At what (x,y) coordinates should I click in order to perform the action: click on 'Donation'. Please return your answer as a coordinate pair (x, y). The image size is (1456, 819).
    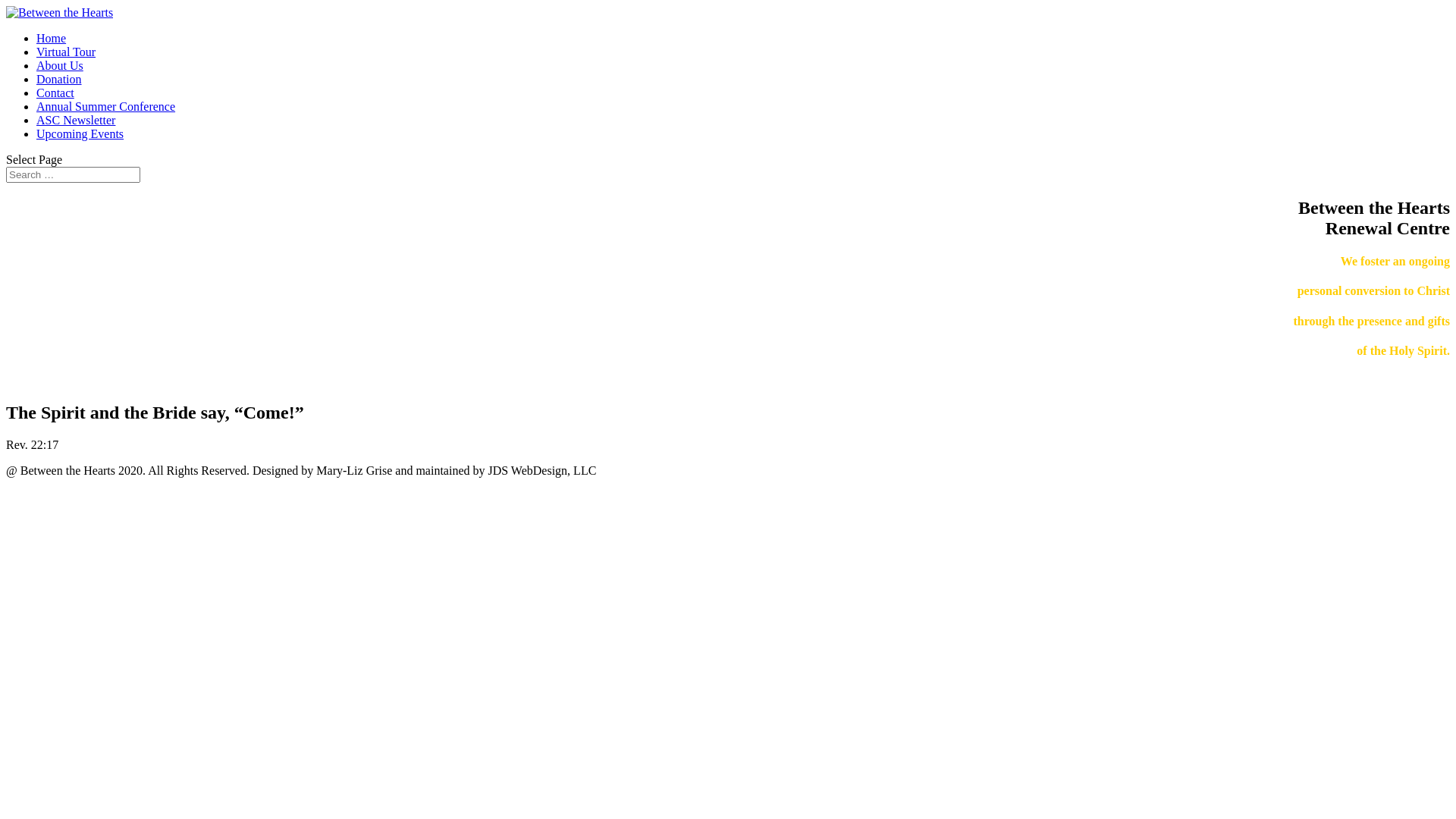
    Looking at the image, I should click on (58, 79).